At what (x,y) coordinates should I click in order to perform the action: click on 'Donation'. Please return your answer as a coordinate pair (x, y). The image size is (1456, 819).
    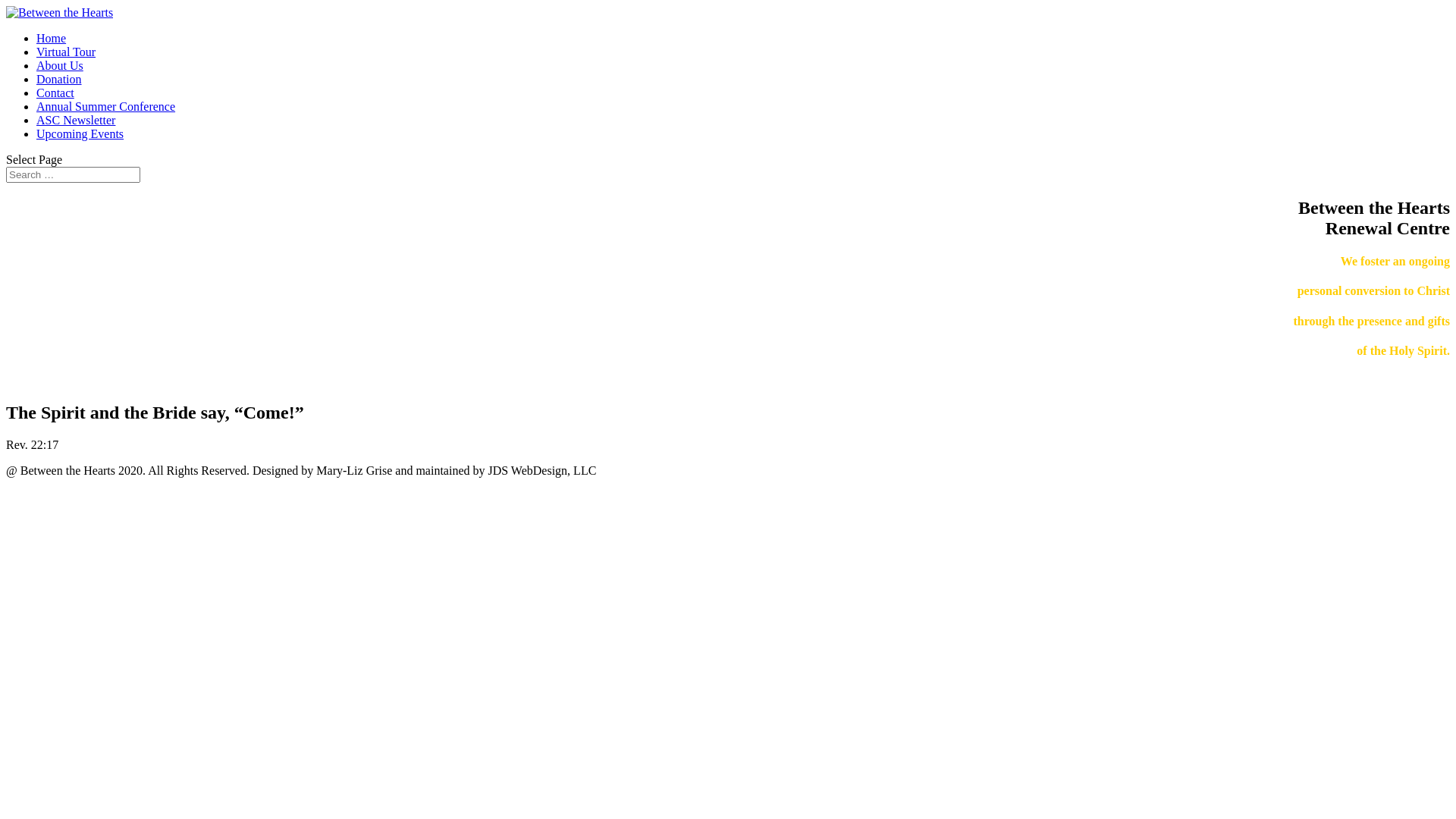
    Looking at the image, I should click on (58, 79).